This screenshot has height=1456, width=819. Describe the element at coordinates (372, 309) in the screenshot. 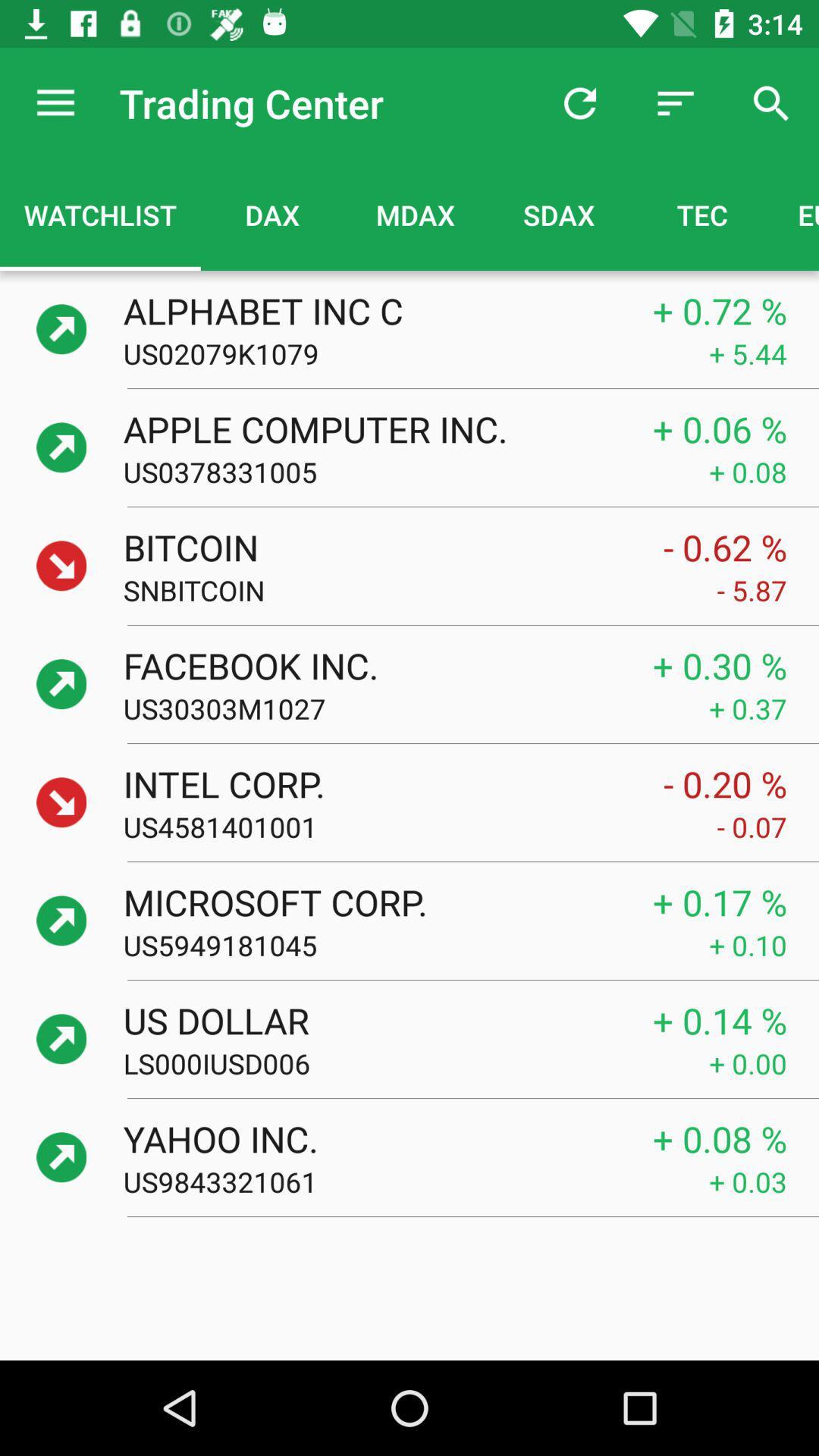

I see `the icon next to the + 0.72 %` at that location.